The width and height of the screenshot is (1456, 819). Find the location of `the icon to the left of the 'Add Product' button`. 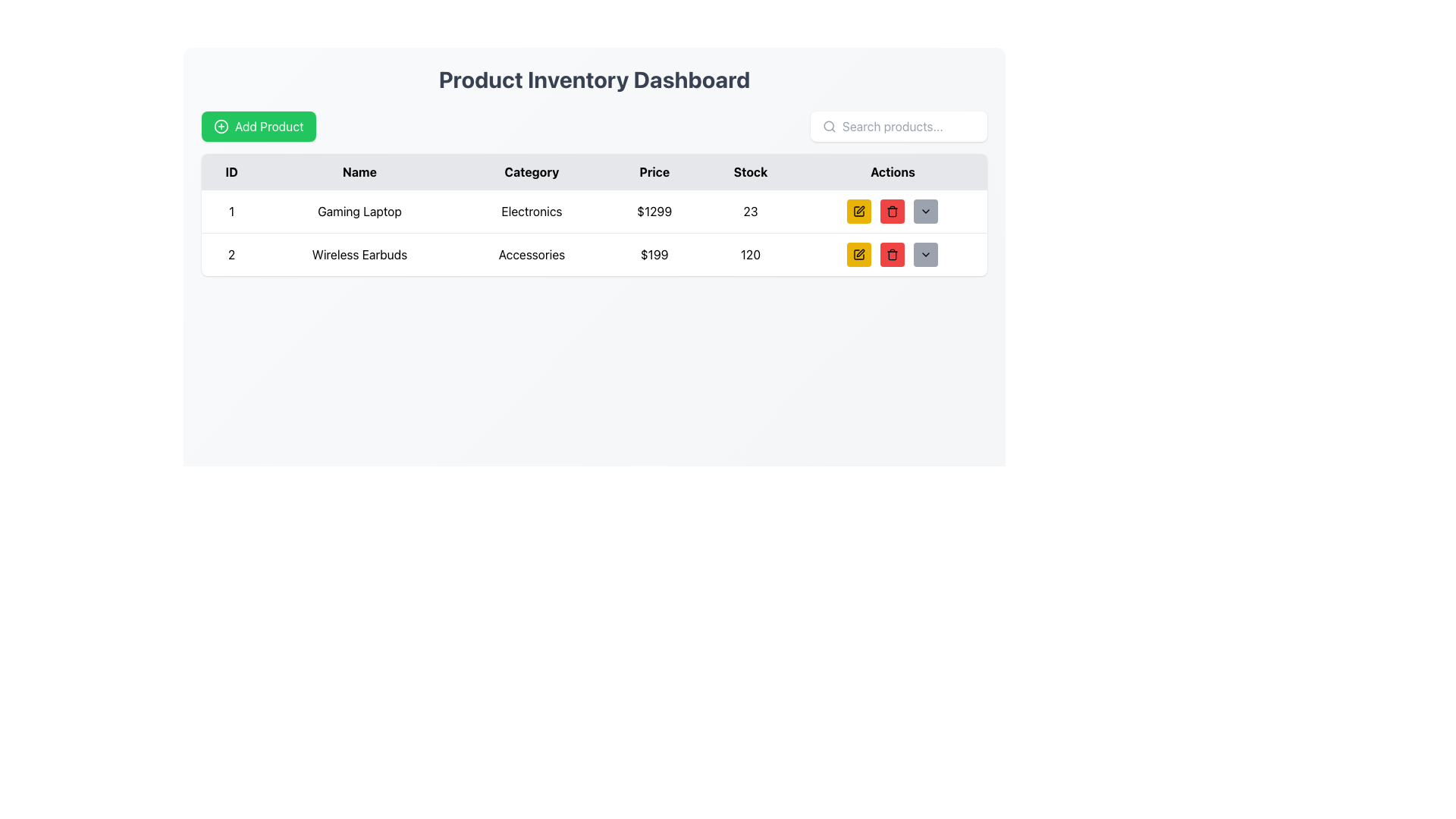

the icon to the left of the 'Add Product' button is located at coordinates (221, 125).